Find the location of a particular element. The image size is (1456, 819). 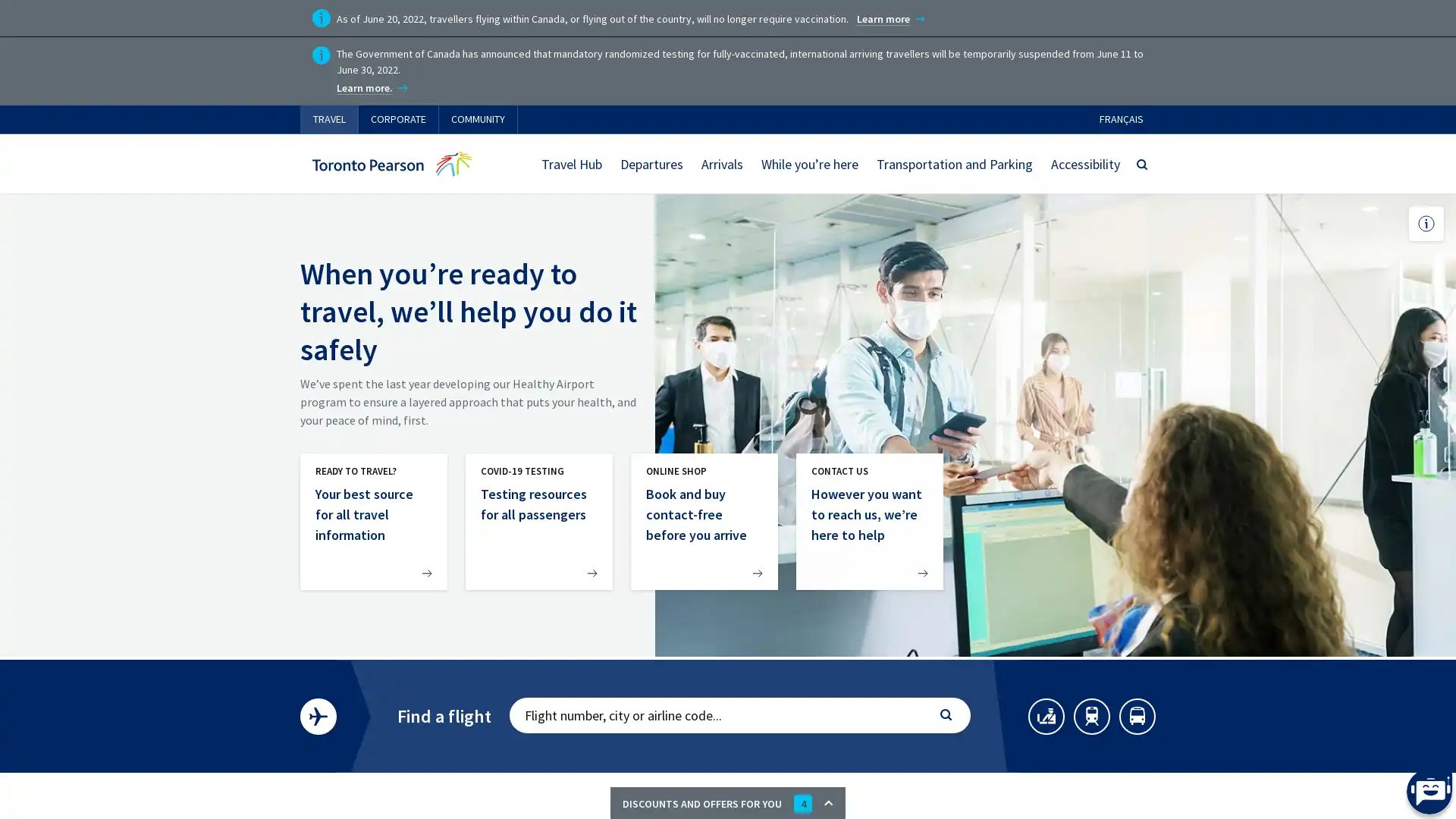

TRAINS is located at coordinates (1092, 716).